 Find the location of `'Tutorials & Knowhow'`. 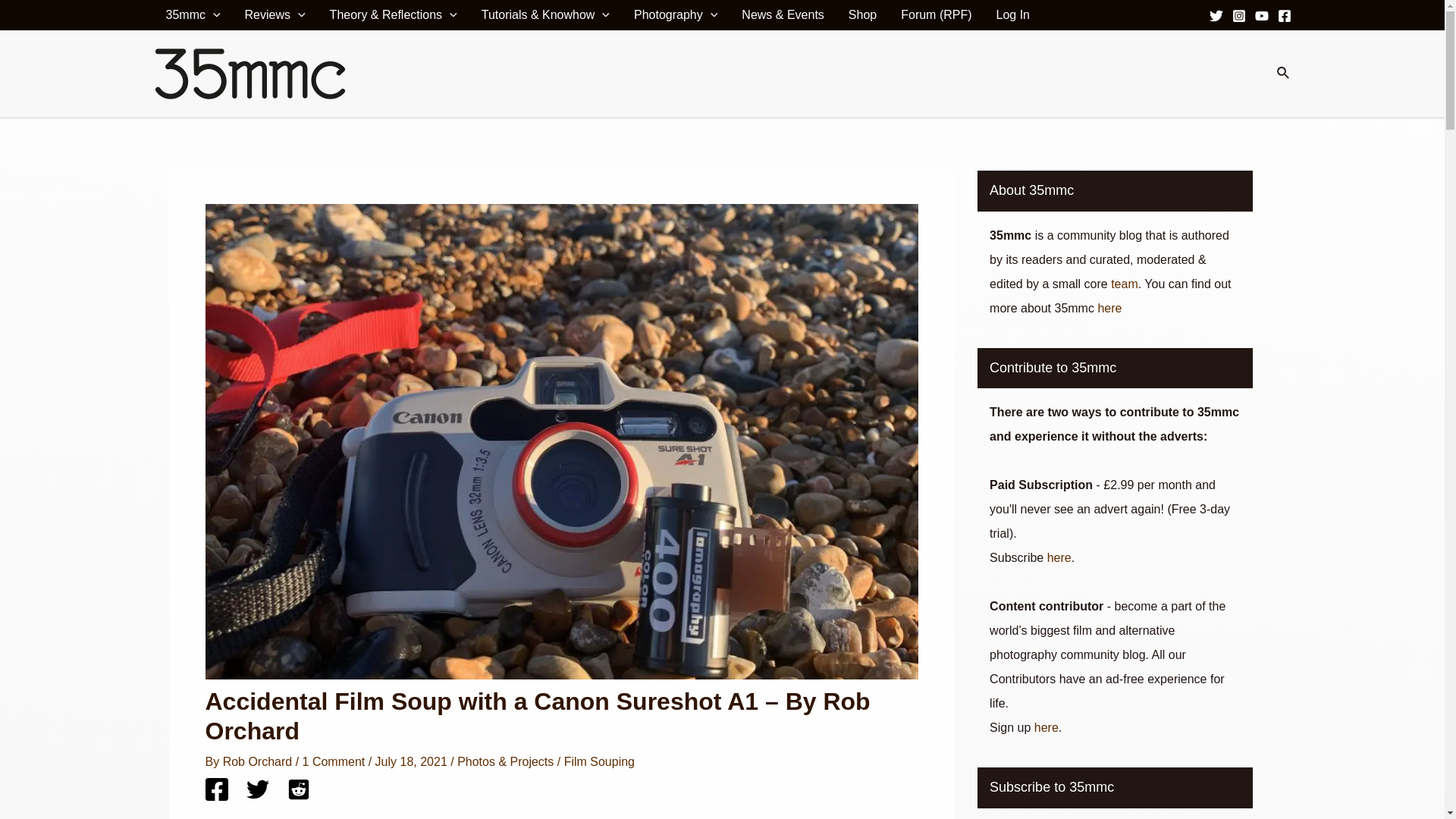

'Tutorials & Knowhow' is located at coordinates (469, 14).